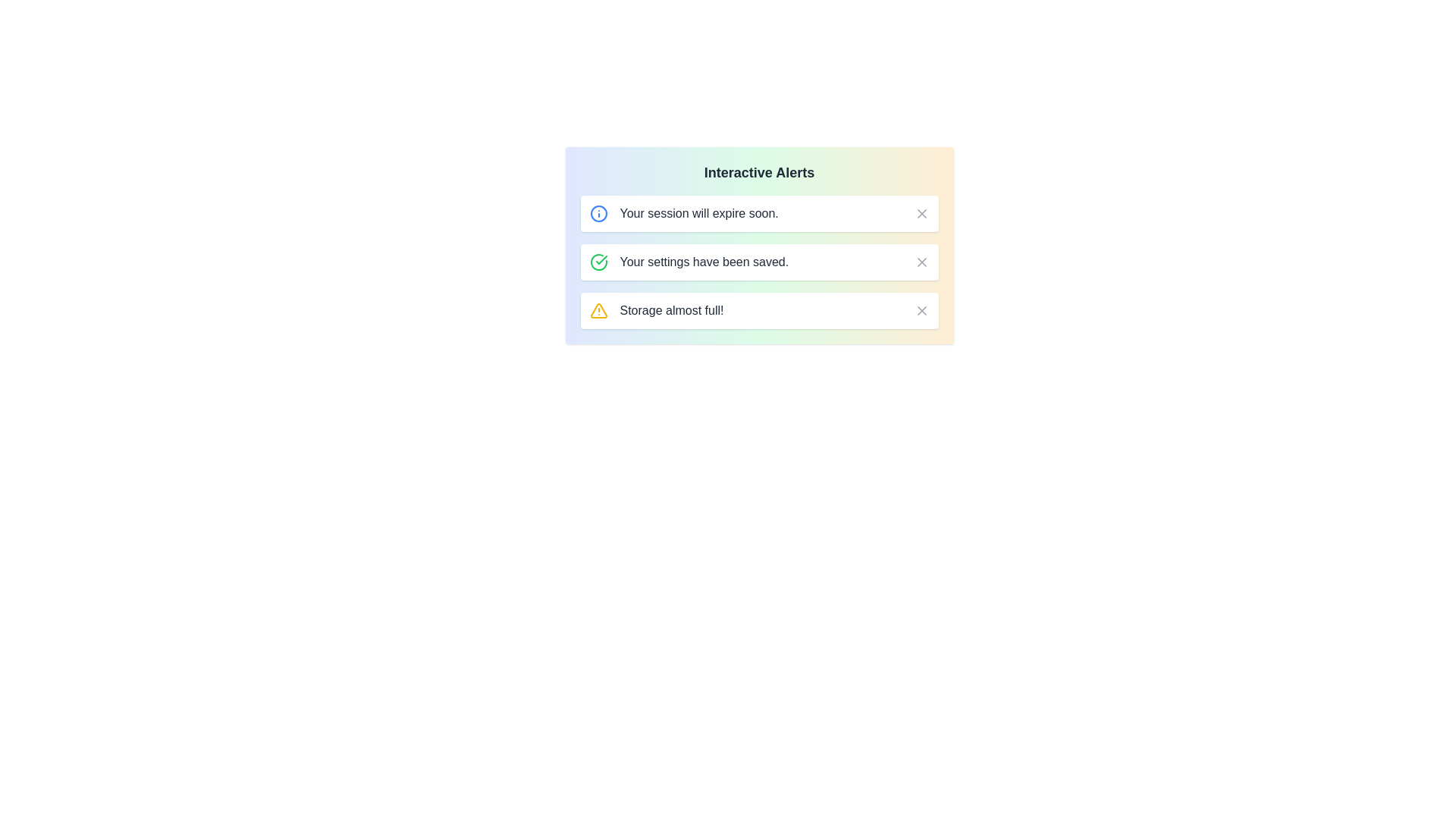  I want to click on the diagonal cross mark (X) icon in the third notification entry of the 'Interactive Alerts' interface, so click(921, 309).